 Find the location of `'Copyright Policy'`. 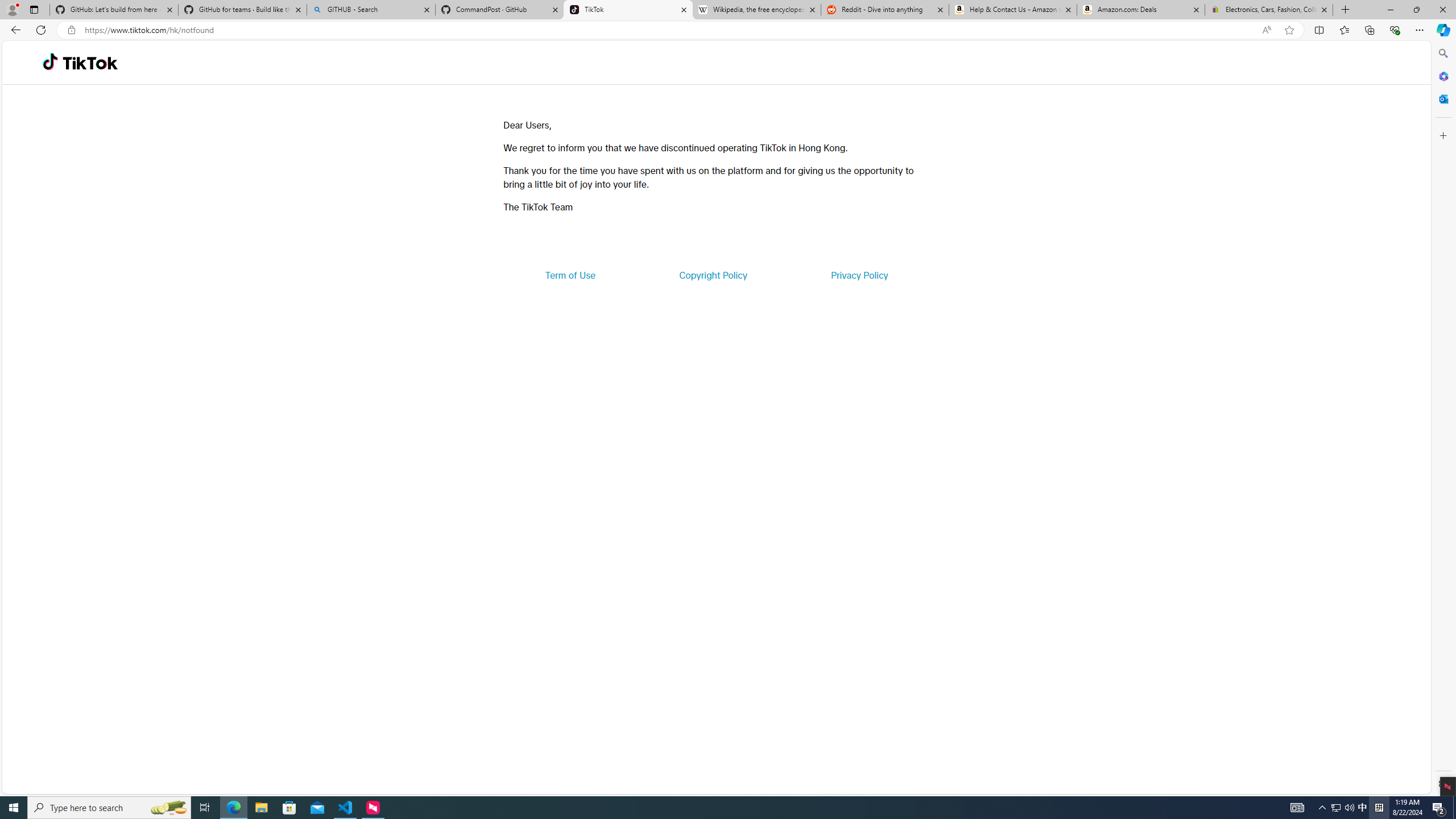

'Copyright Policy' is located at coordinates (712, 274).